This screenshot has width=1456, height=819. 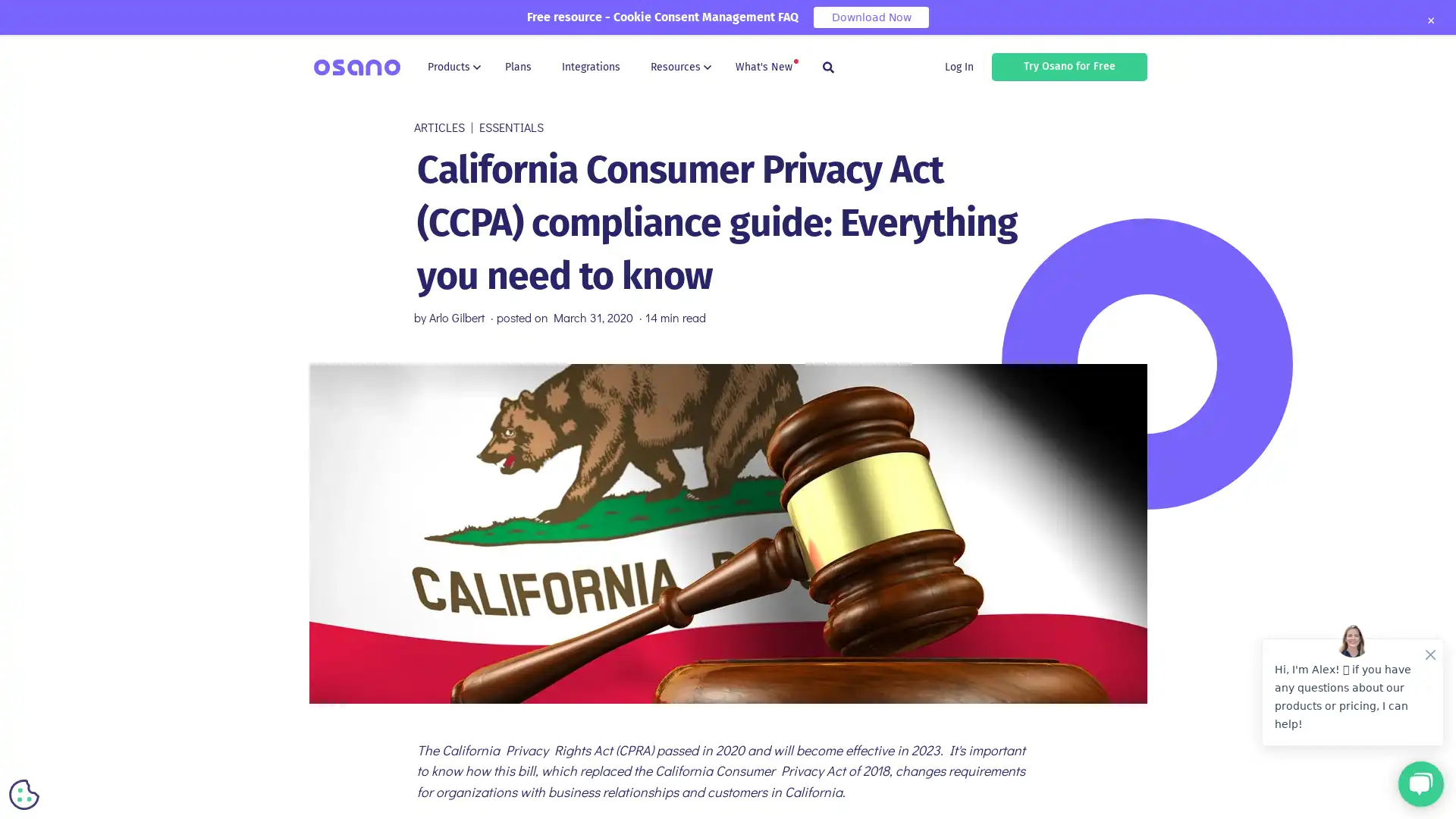 What do you see at coordinates (24, 794) in the screenshot?
I see `Cookie Preferences` at bounding box center [24, 794].